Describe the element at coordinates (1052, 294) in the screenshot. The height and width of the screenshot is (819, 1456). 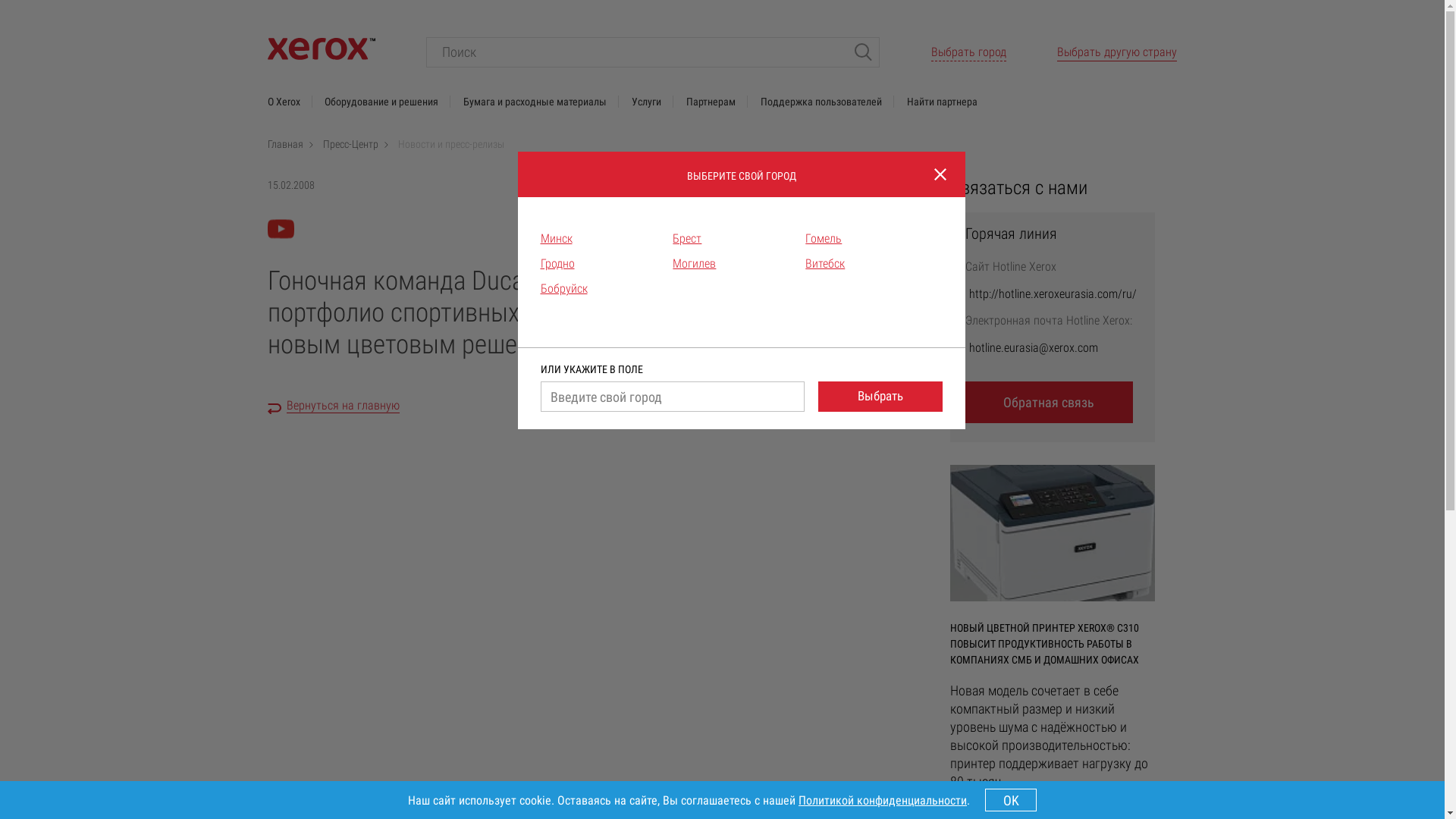
I see `'http://hotline.xeroxeurasia.com/ru/'` at that location.